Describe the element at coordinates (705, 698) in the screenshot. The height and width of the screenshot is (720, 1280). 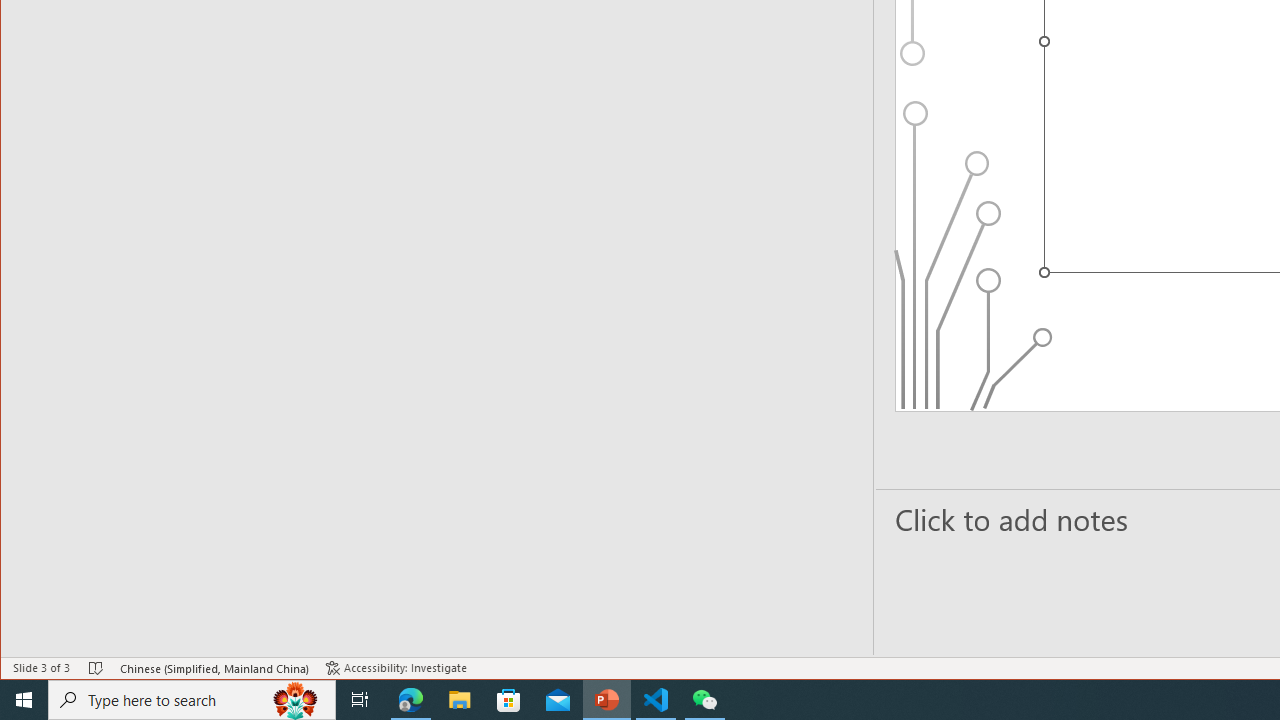
I see `'WeChat - 1 running window'` at that location.